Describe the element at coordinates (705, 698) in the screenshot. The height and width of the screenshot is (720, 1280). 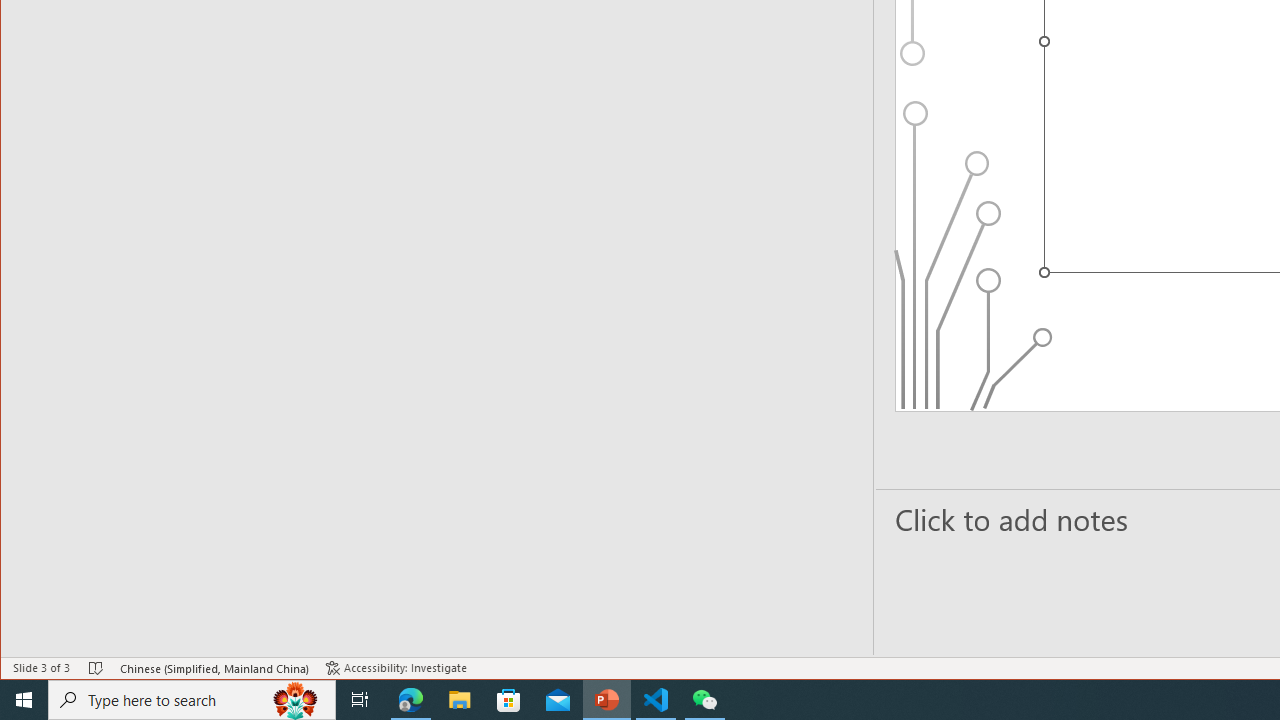
I see `'WeChat - 1 running window'` at that location.